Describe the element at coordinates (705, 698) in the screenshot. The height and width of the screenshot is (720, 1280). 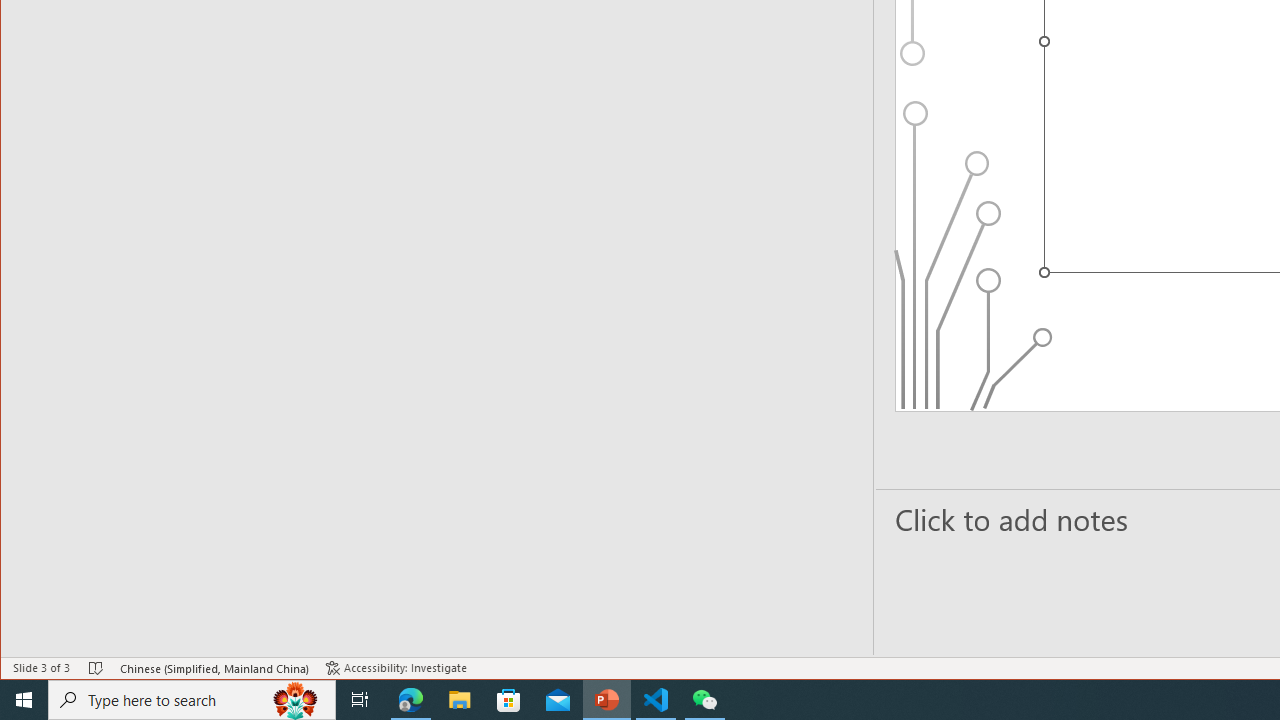
I see `'WeChat - 1 running window'` at that location.